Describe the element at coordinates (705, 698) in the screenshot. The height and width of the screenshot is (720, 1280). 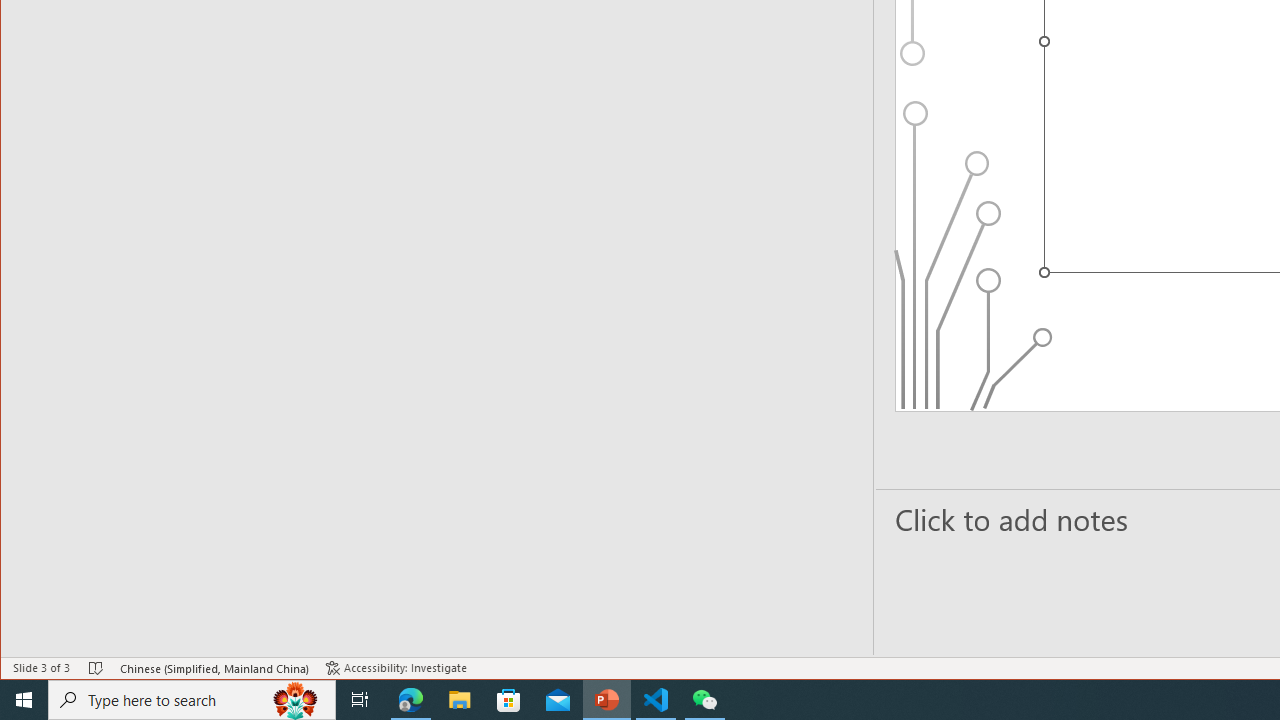
I see `'WeChat - 1 running window'` at that location.